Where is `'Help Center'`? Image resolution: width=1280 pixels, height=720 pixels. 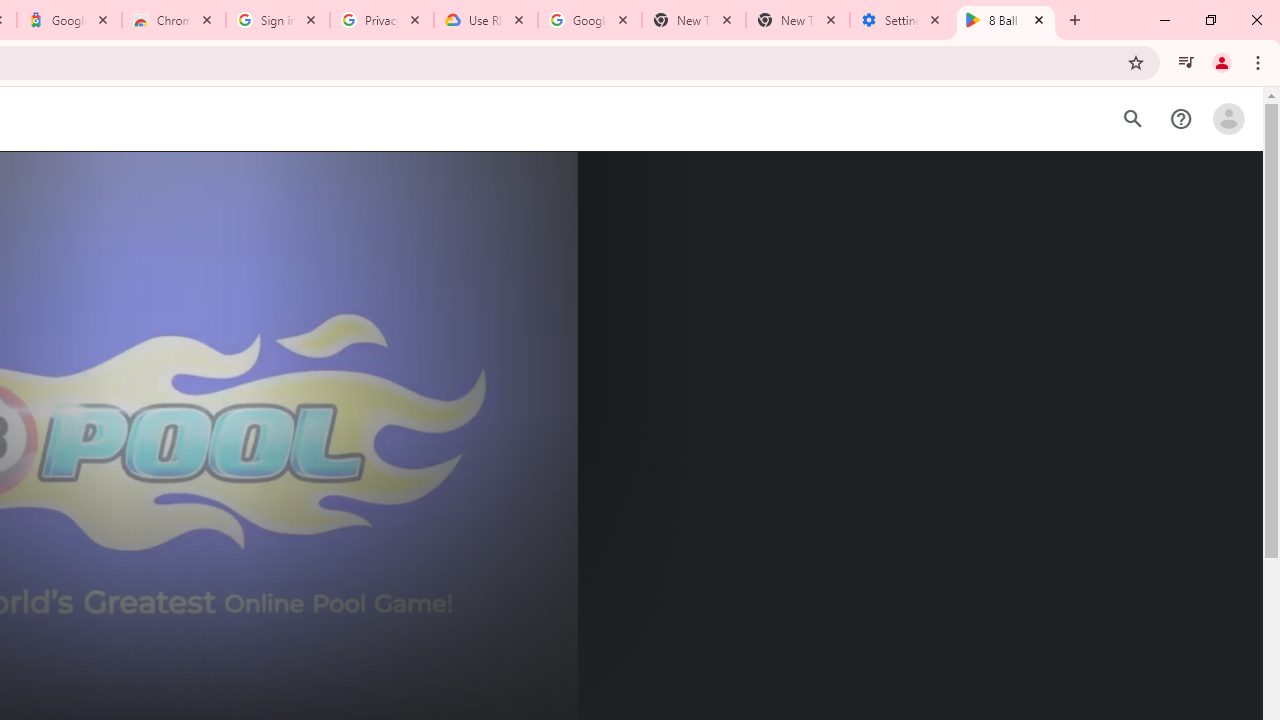 'Help Center' is located at coordinates (1180, 119).